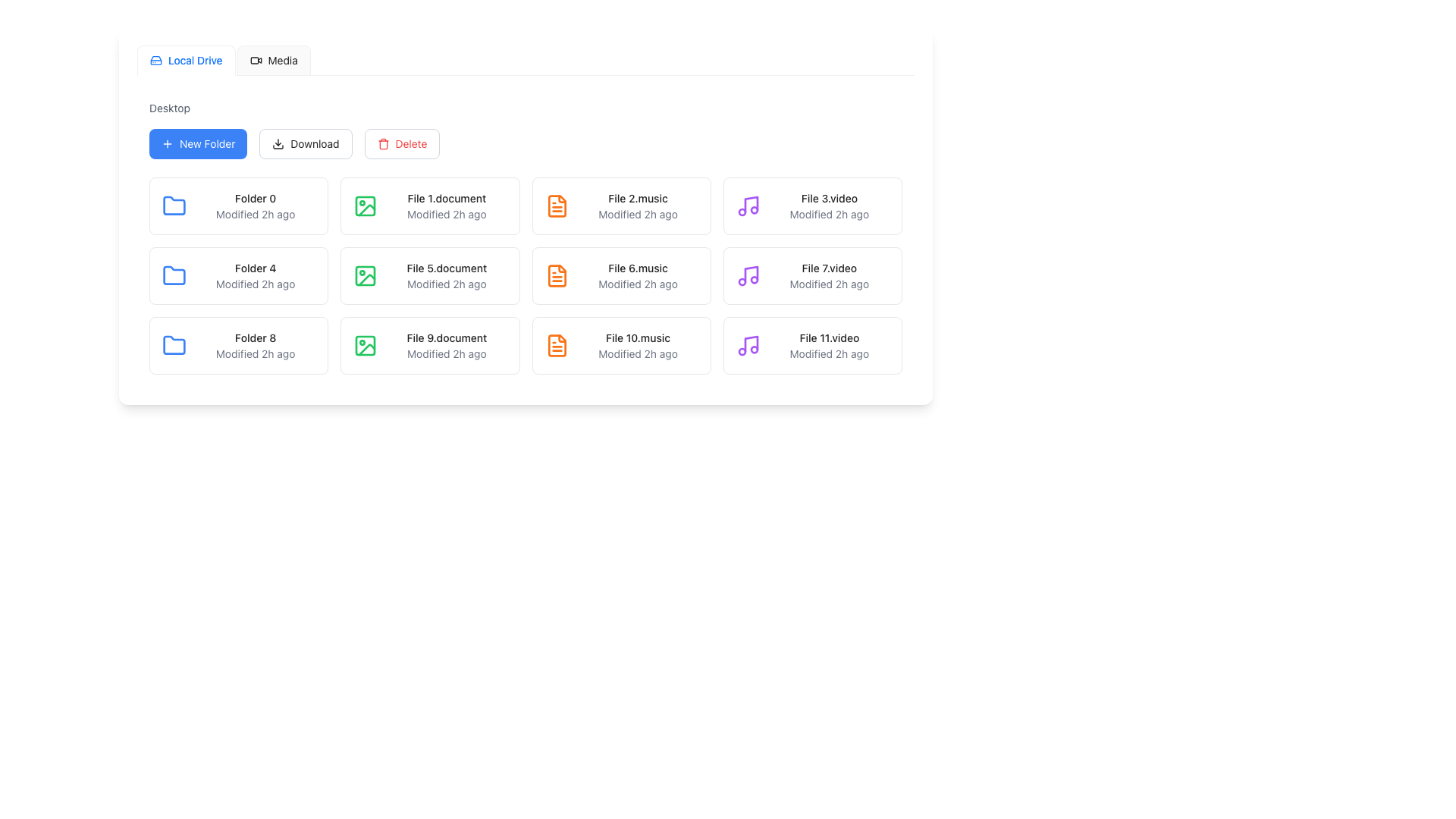 This screenshot has height=819, width=1456. Describe the element at coordinates (429, 345) in the screenshot. I see `the card-style UI component representing the document named 'File 9.document' located in the last column of the third row in the grid layout` at that location.